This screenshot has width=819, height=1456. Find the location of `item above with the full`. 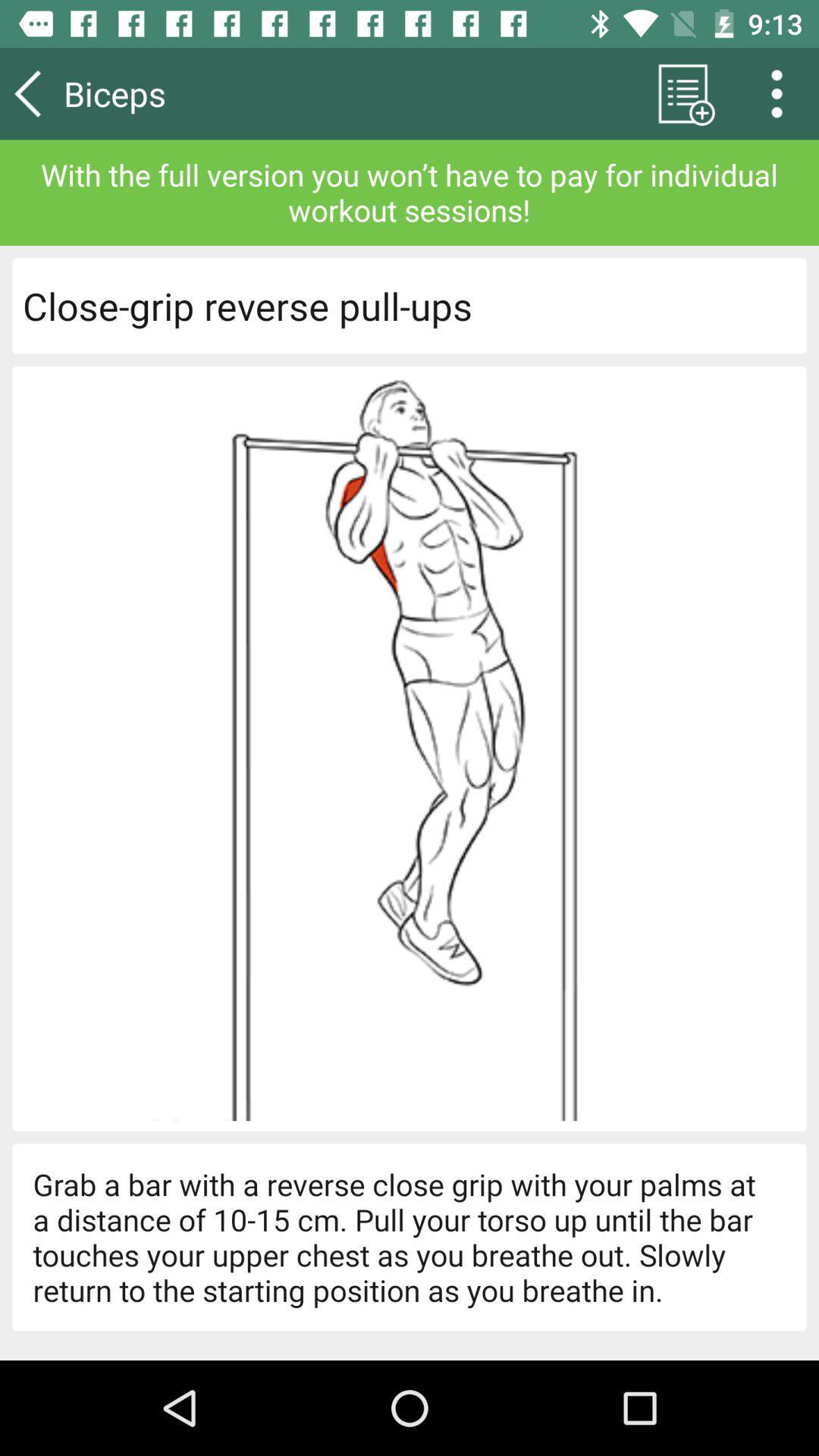

item above with the full is located at coordinates (158, 93).